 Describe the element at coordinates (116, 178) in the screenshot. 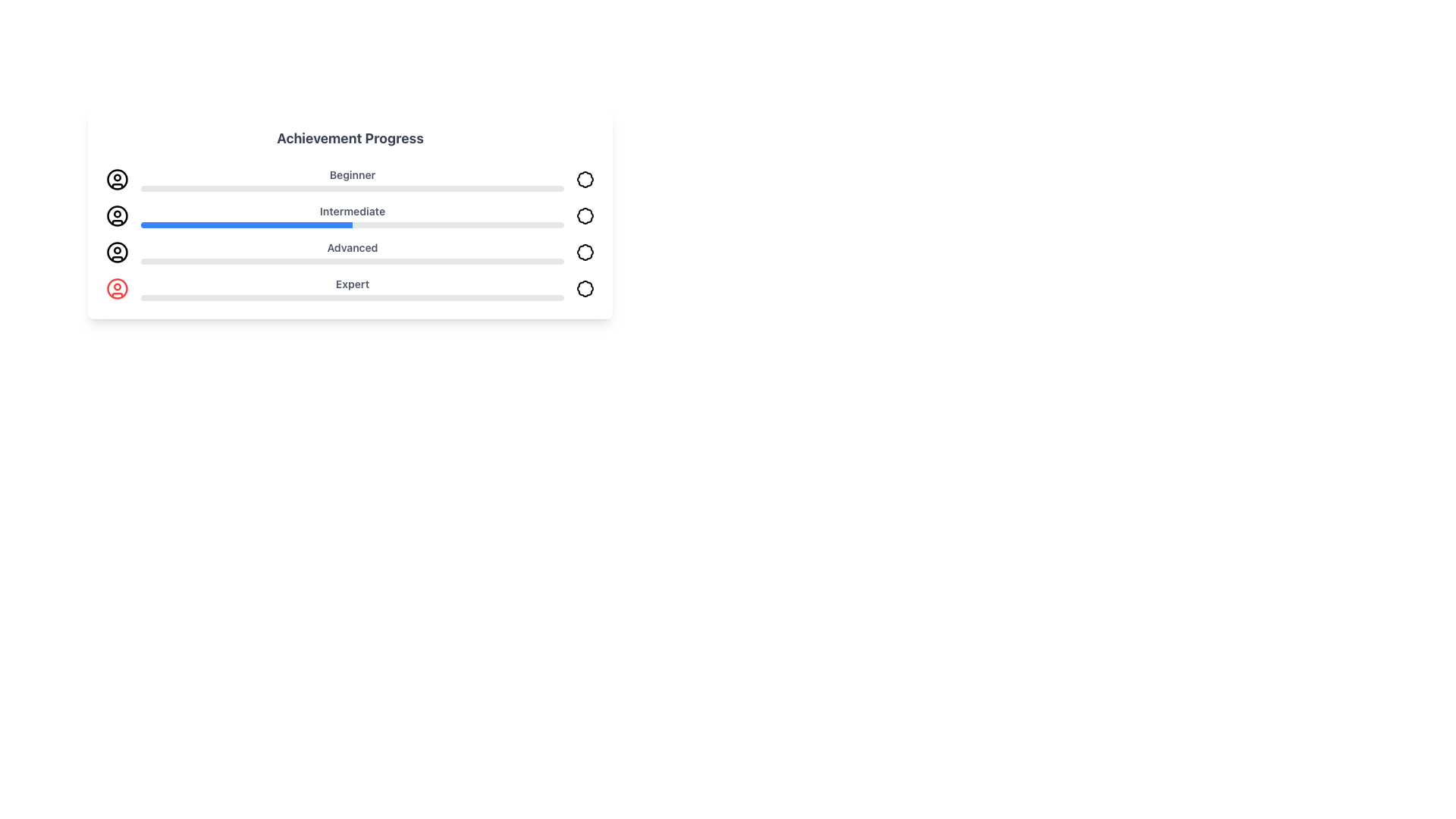

I see `the 'Beginner' icon, which is located at the leftmost side of the first row and adjacent to the 'Beginner' label` at that location.